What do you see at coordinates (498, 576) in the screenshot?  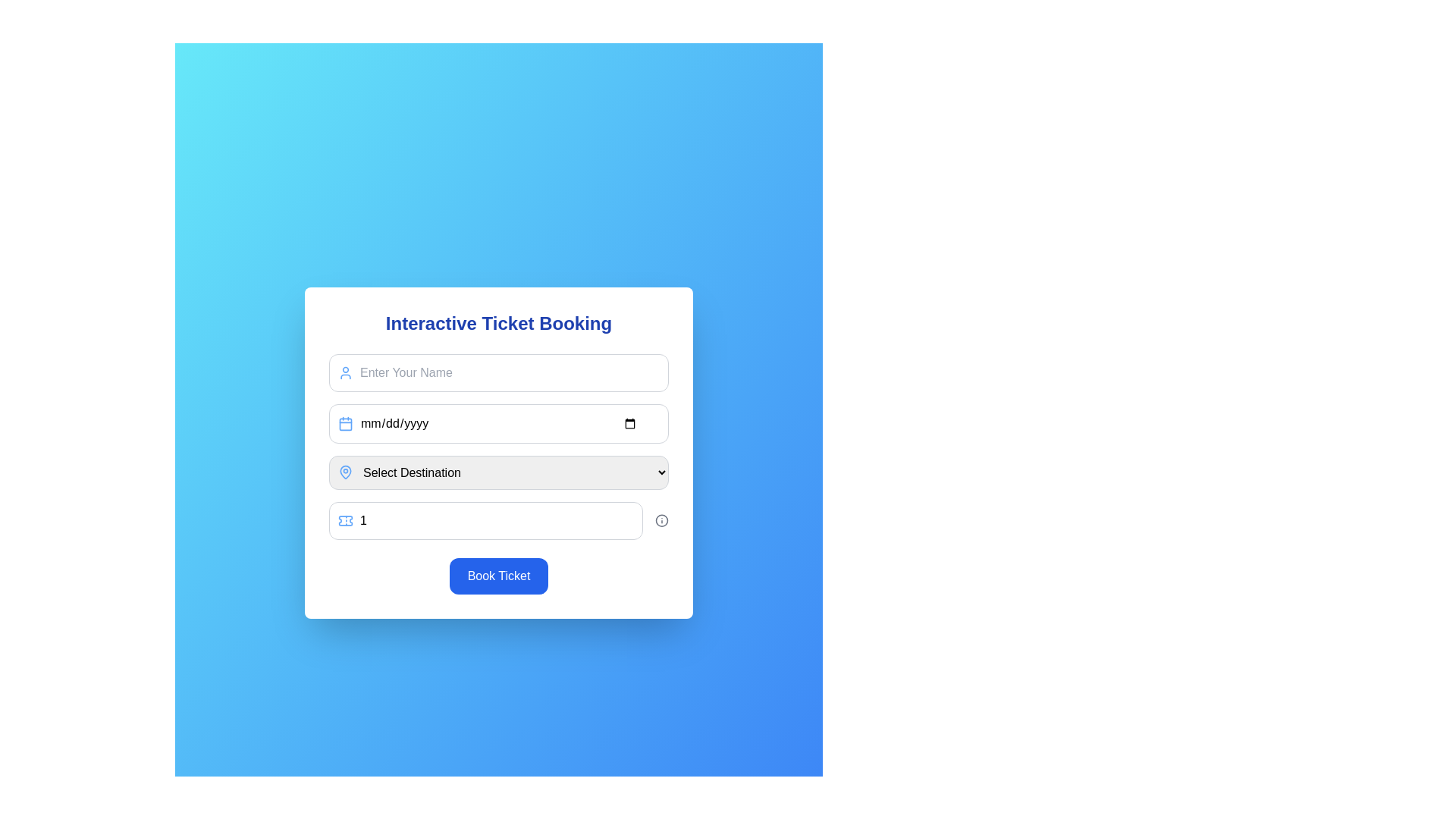 I see `the blue 'Book Ticket' button with rounded corners at the bottom of the ticket booking interface` at bounding box center [498, 576].